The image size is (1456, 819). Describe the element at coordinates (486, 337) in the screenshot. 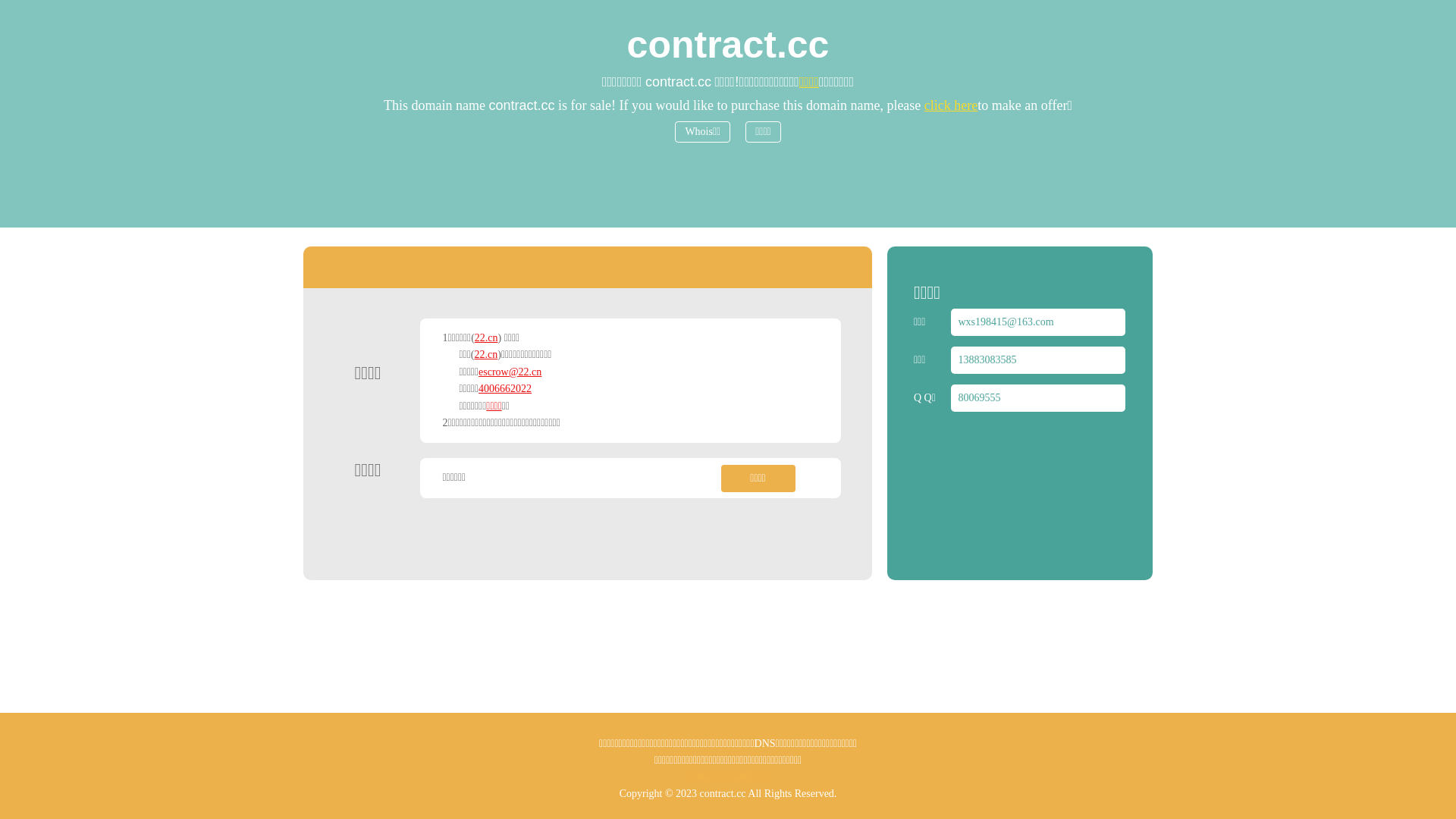

I see `'22.cn'` at that location.